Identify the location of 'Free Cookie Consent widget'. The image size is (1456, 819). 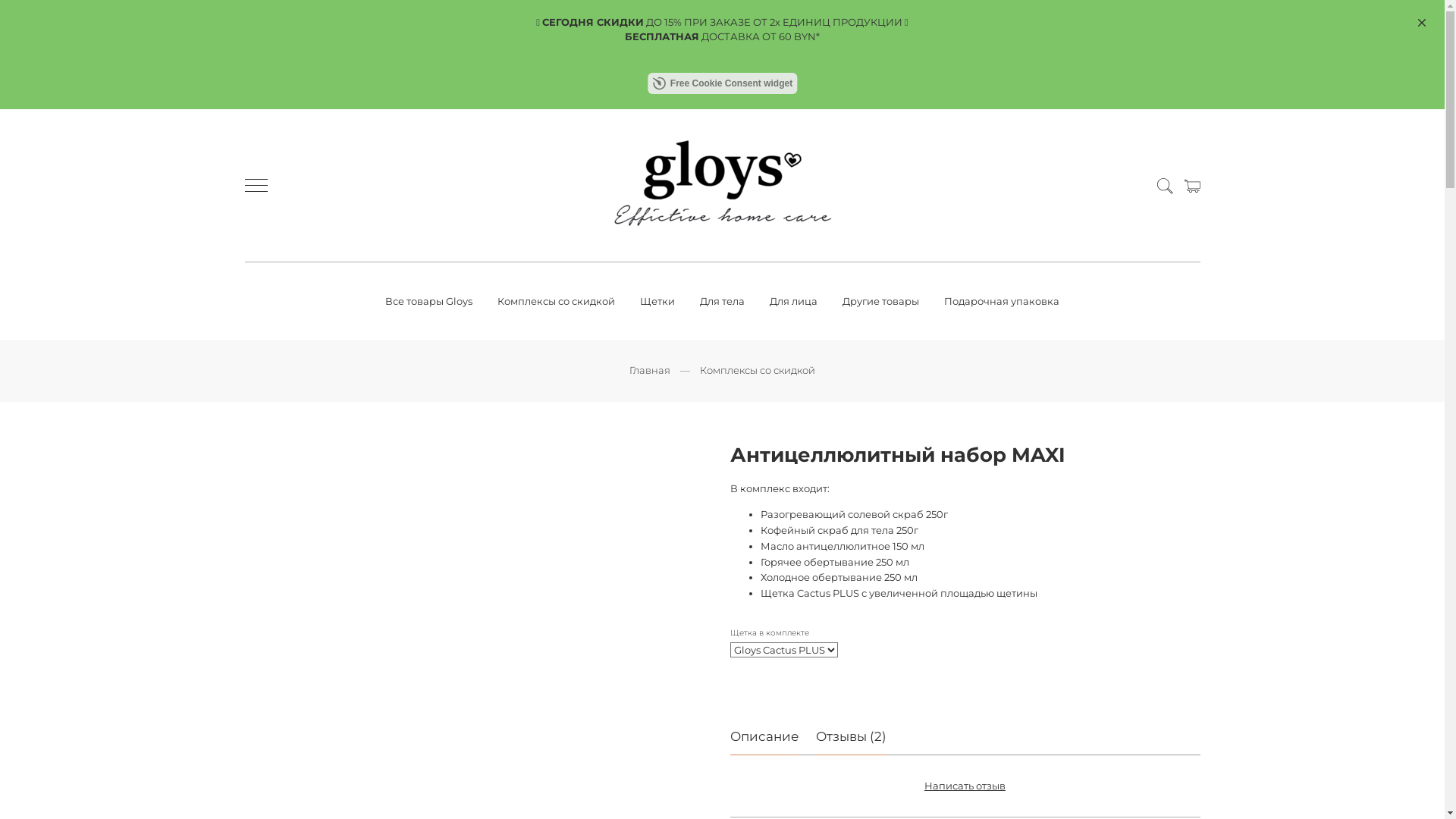
(721, 83).